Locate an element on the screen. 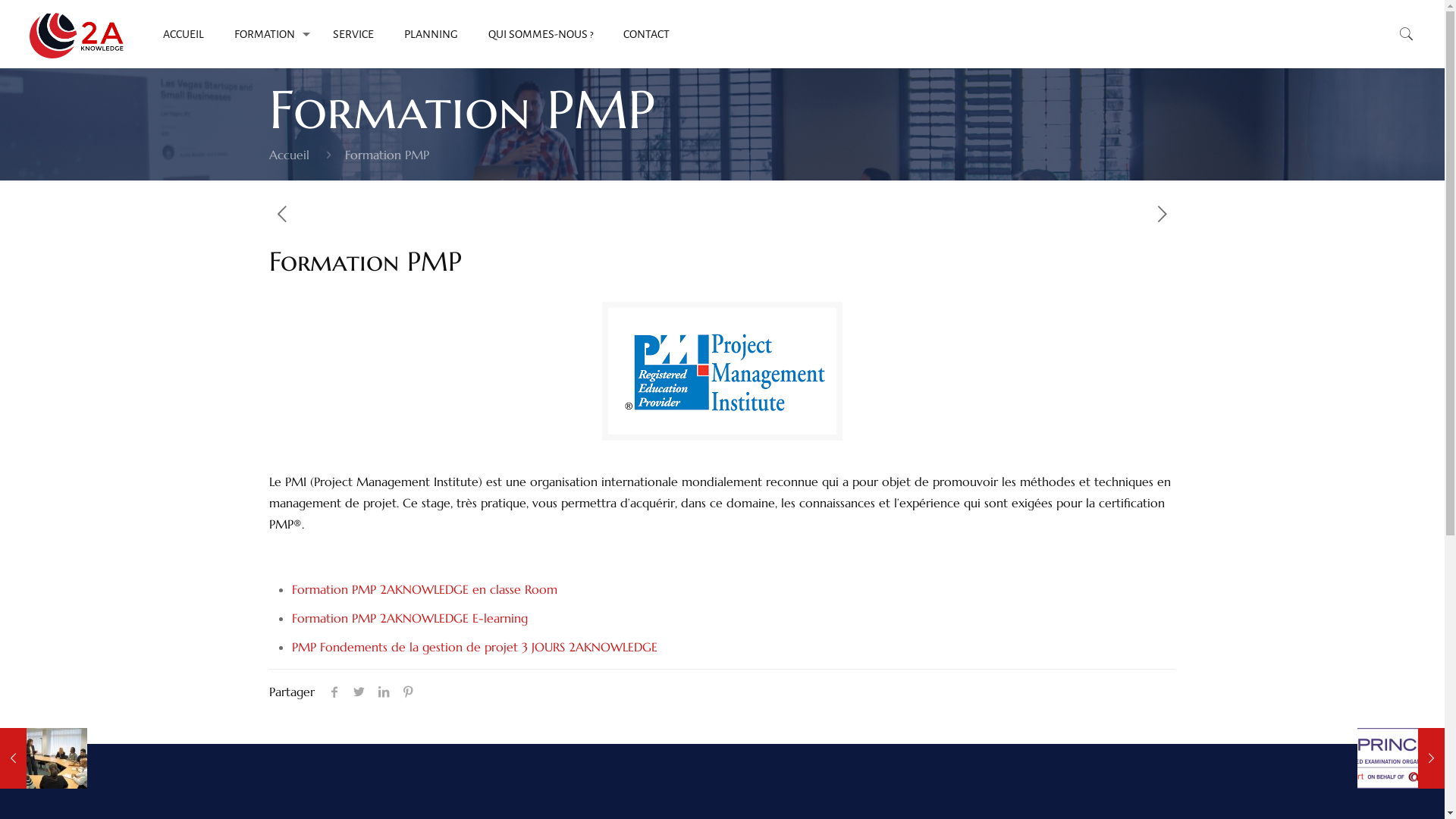 Image resolution: width=1456 pixels, height=819 pixels. 'Accueil' is located at coordinates (289, 155).